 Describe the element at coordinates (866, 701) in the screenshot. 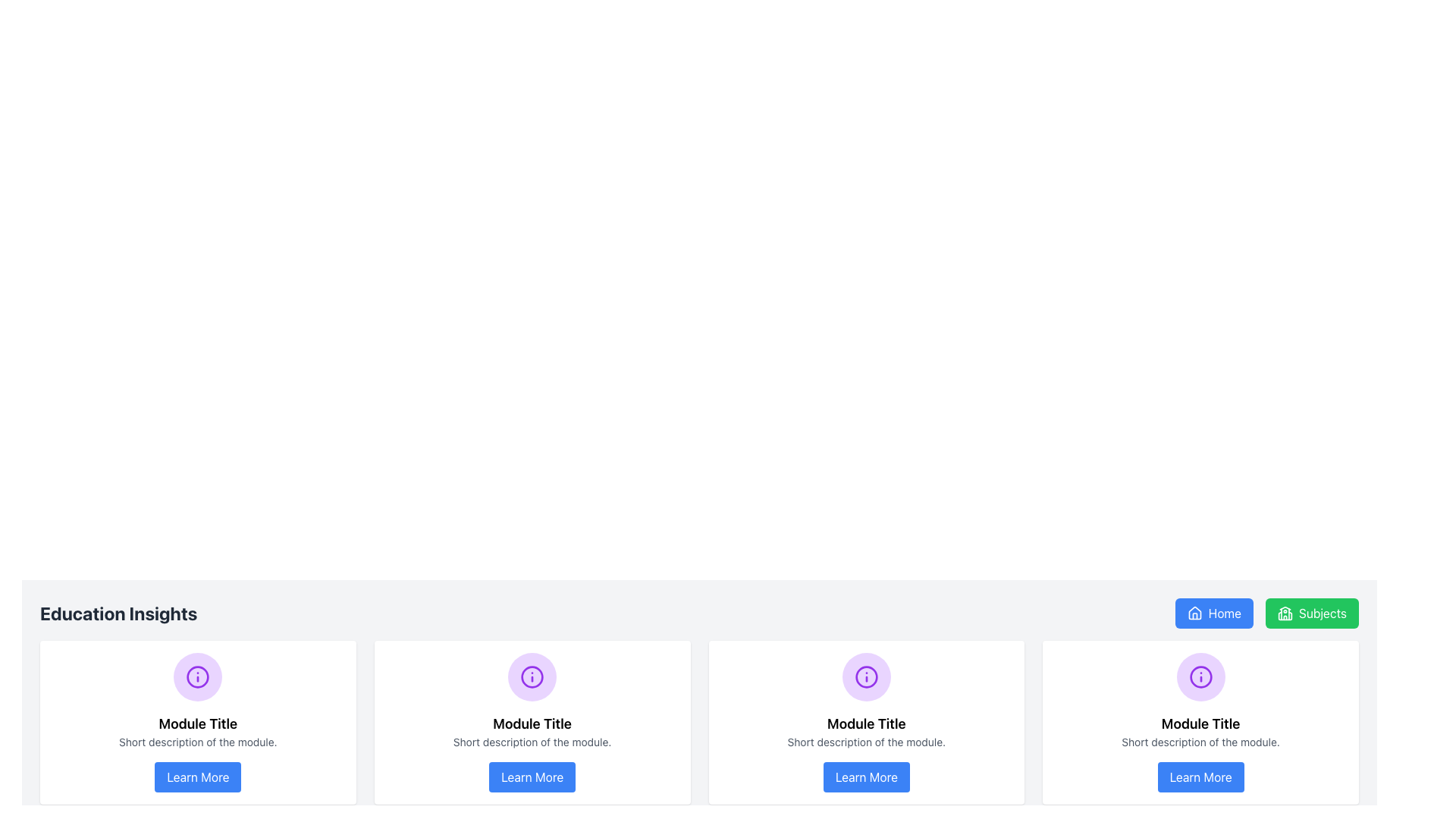

I see `the content displayed in the third card of the row, which contains an info symbol, title, and brief description, located directly above the blue 'Learn More' button` at that location.